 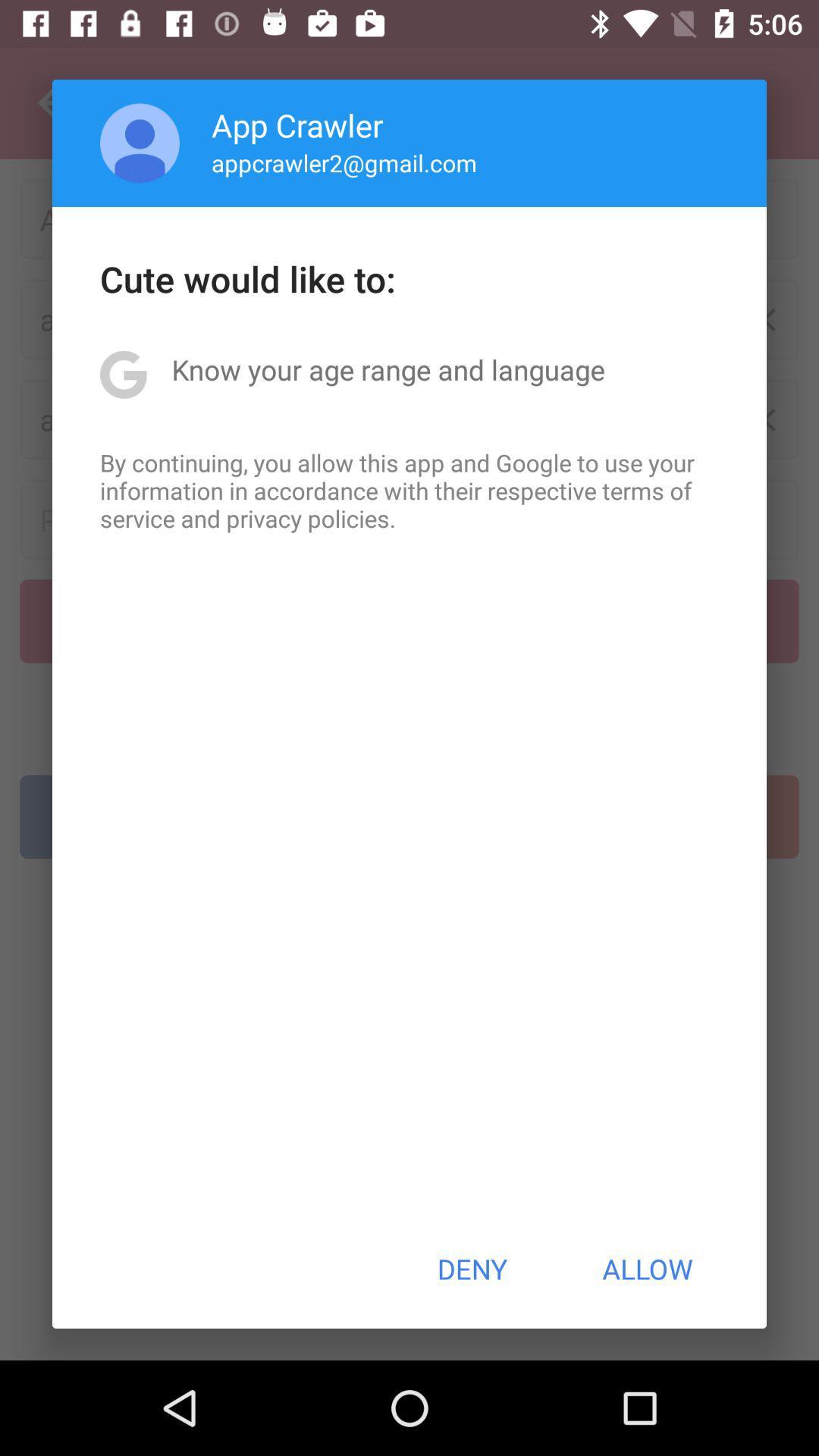 I want to click on deny at the bottom, so click(x=471, y=1269).